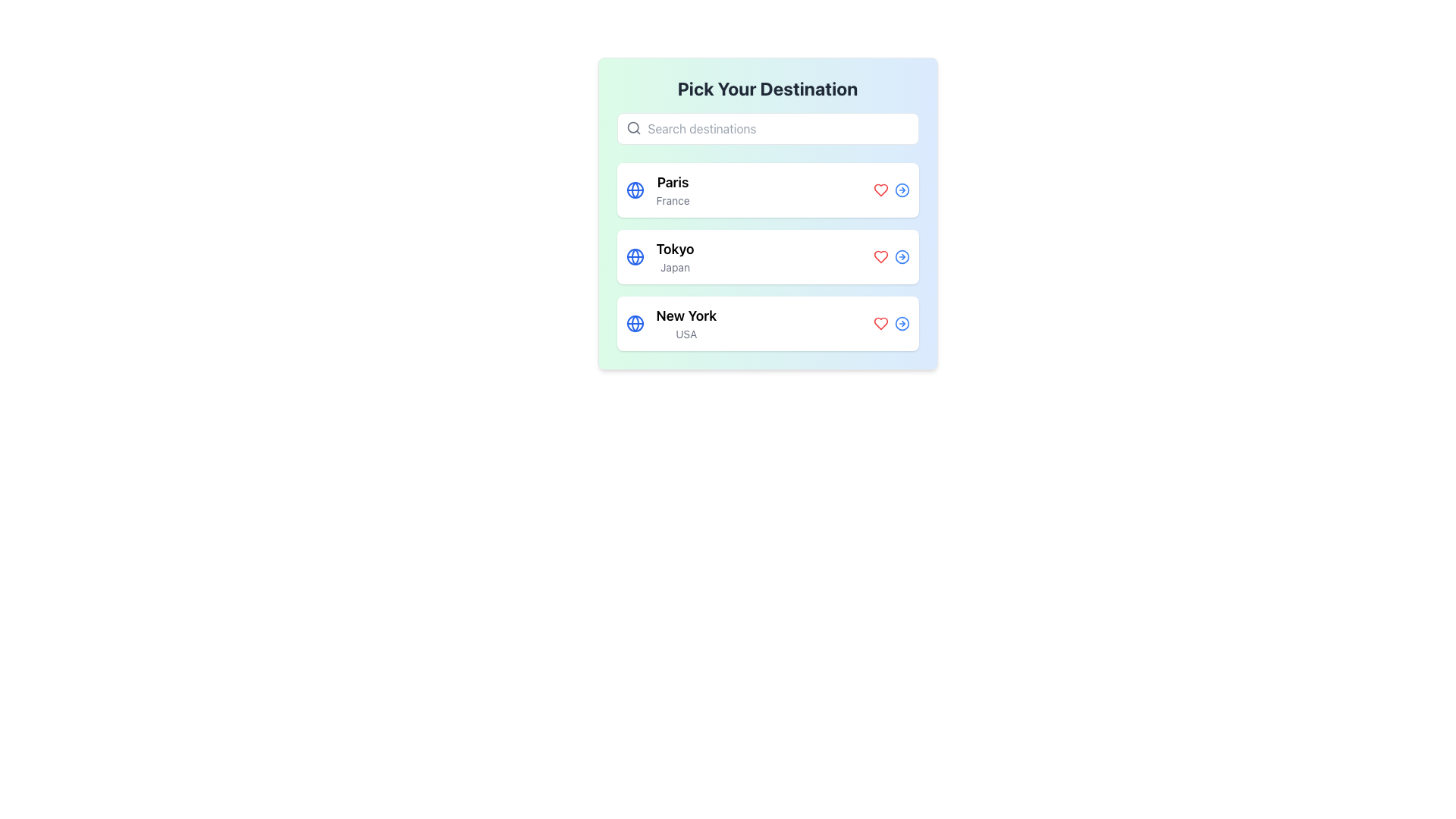 This screenshot has width=1456, height=819. Describe the element at coordinates (880, 323) in the screenshot. I see `the heart icon located in the rightmost section of the third row of destinations to mark or unmark 'New York' as a favorite` at that location.